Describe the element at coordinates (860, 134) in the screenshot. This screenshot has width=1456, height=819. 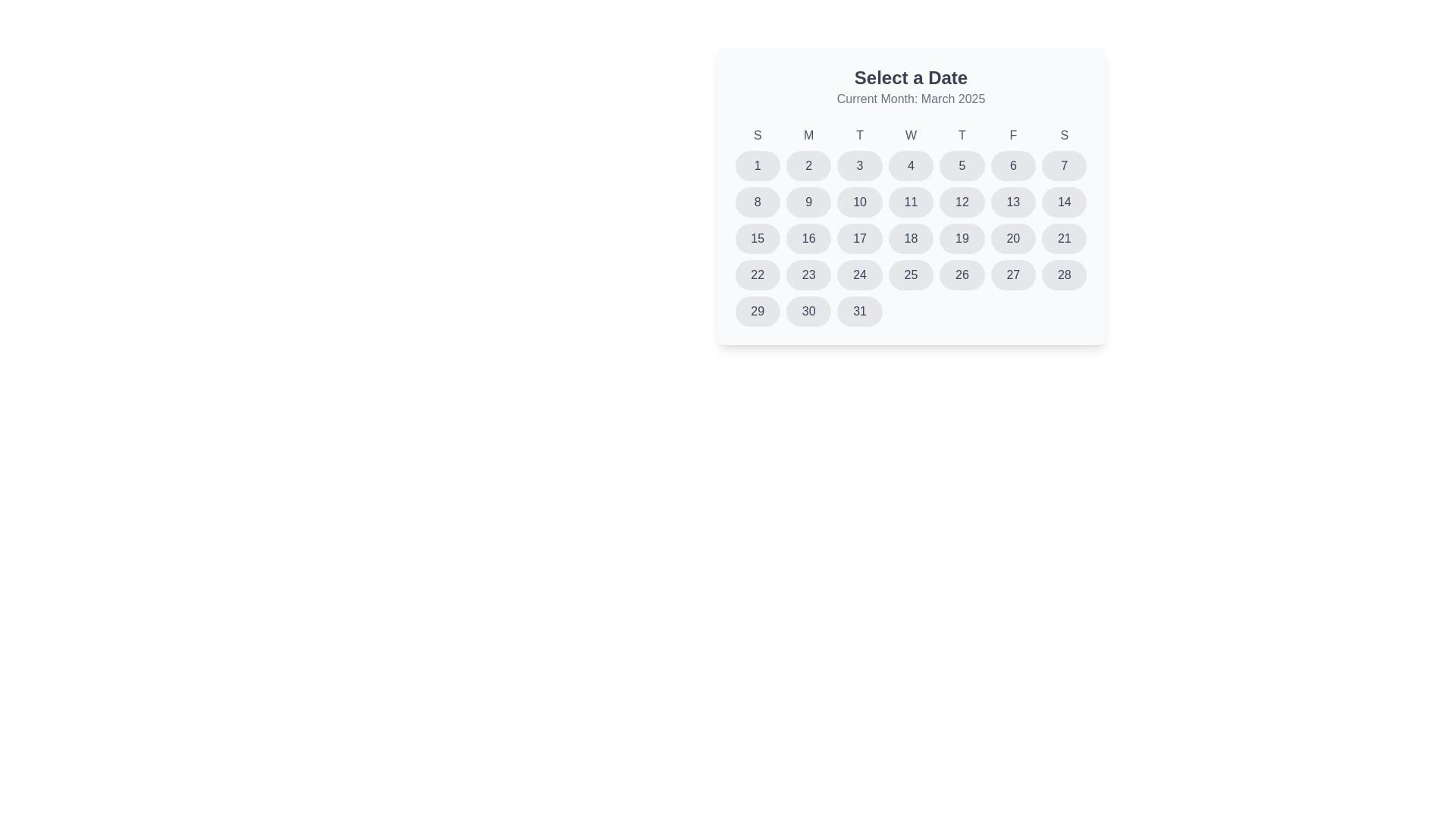
I see `the static text element labeled 'Tuesday' which is positioned as the third day in the week header of the calendar layout, located below the title 'Select a Date'` at that location.